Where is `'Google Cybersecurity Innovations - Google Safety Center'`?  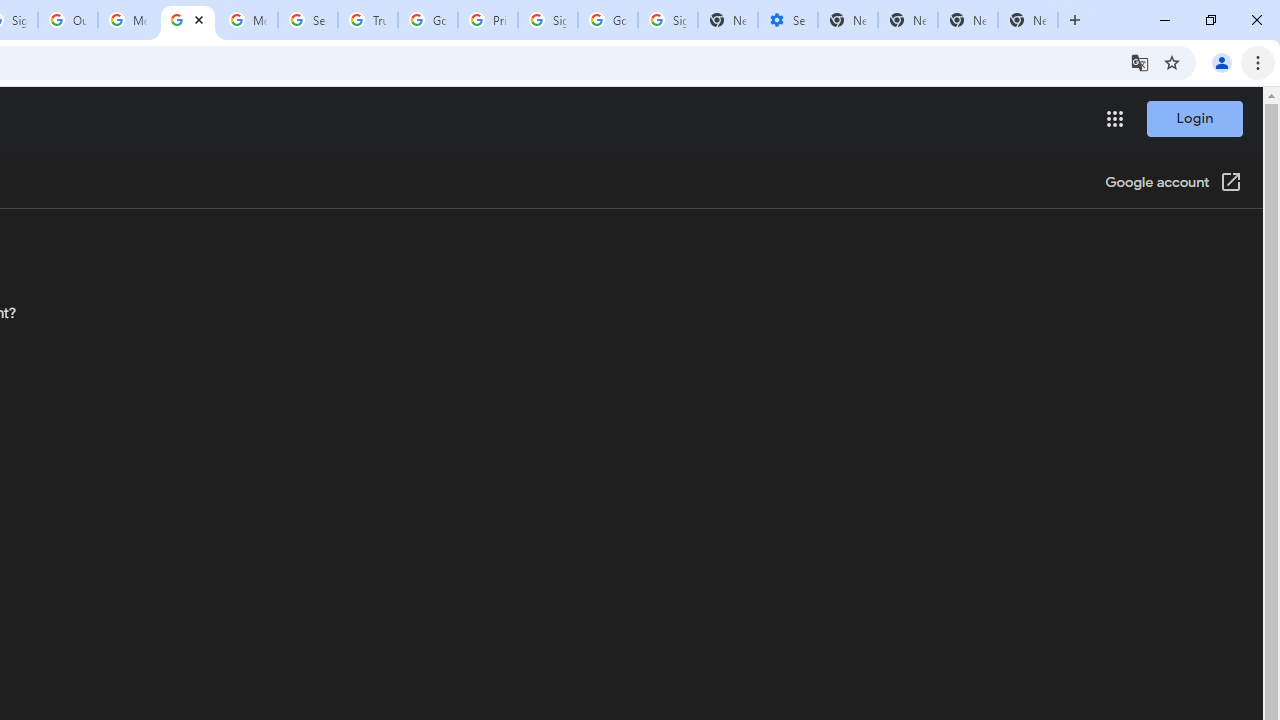
'Google Cybersecurity Innovations - Google Safety Center' is located at coordinates (607, 20).